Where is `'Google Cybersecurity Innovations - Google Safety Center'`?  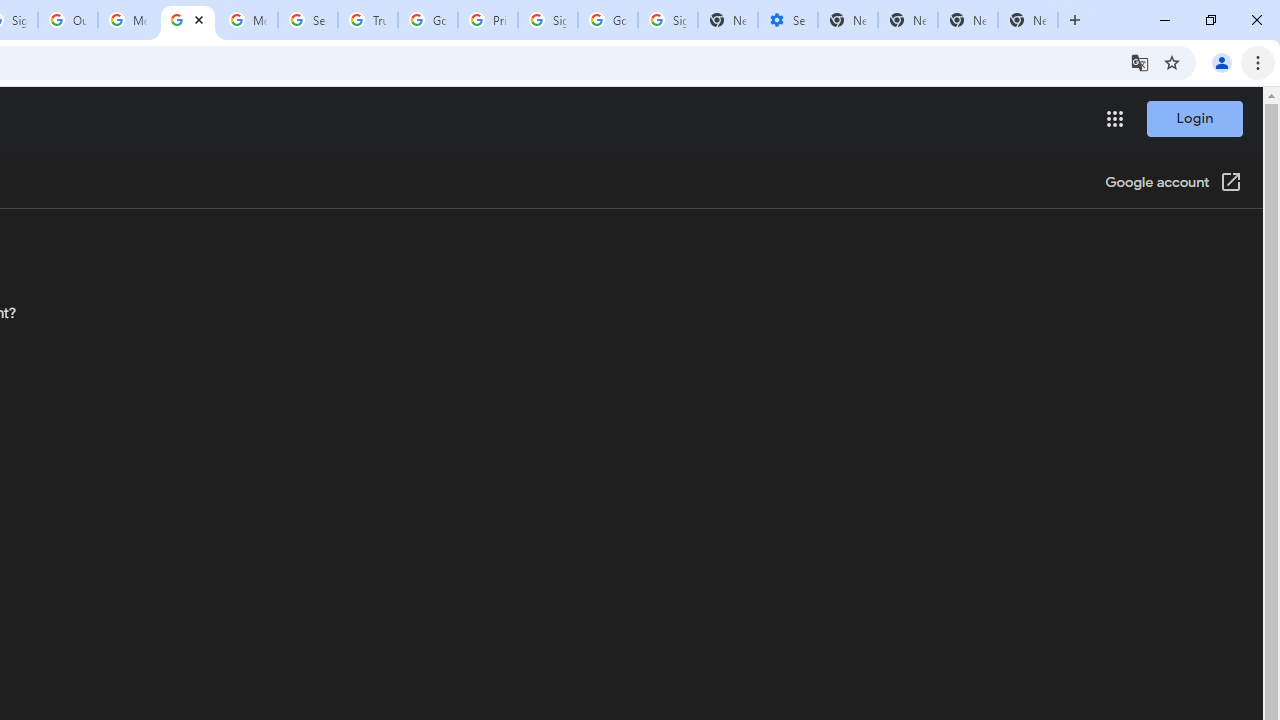
'Google Cybersecurity Innovations - Google Safety Center' is located at coordinates (607, 20).